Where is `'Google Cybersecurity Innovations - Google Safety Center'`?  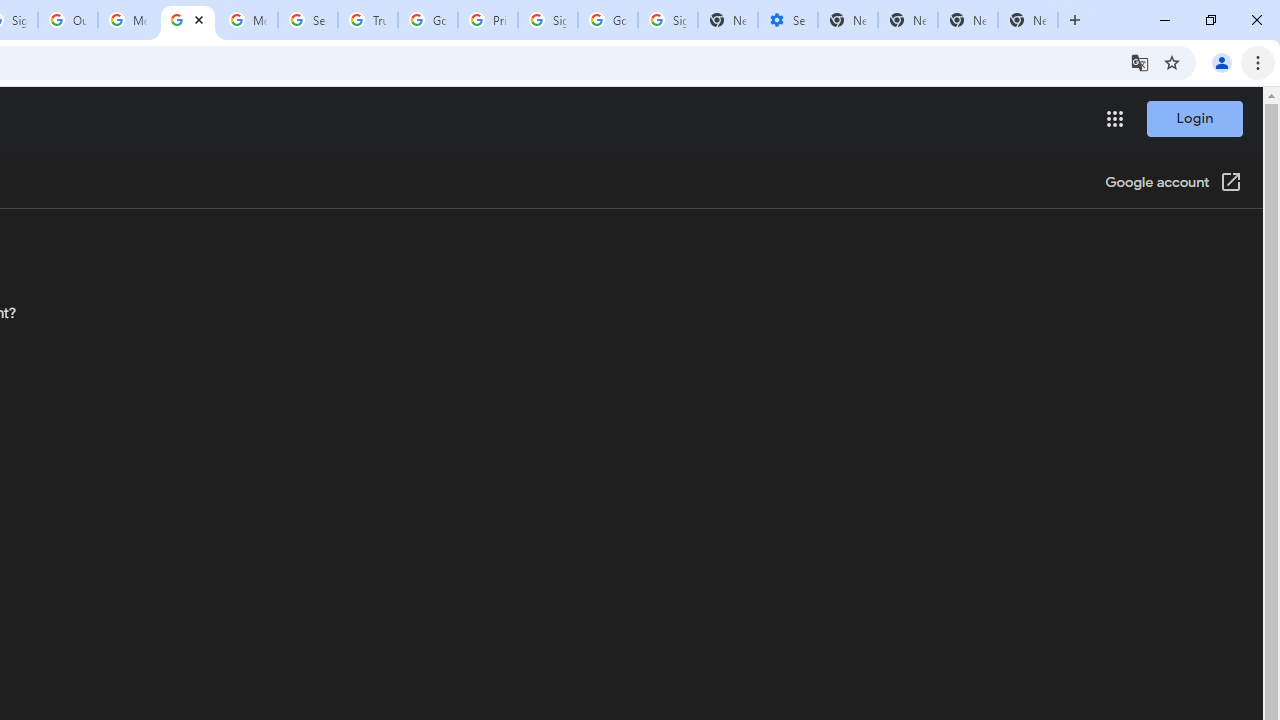
'Google Cybersecurity Innovations - Google Safety Center' is located at coordinates (607, 20).